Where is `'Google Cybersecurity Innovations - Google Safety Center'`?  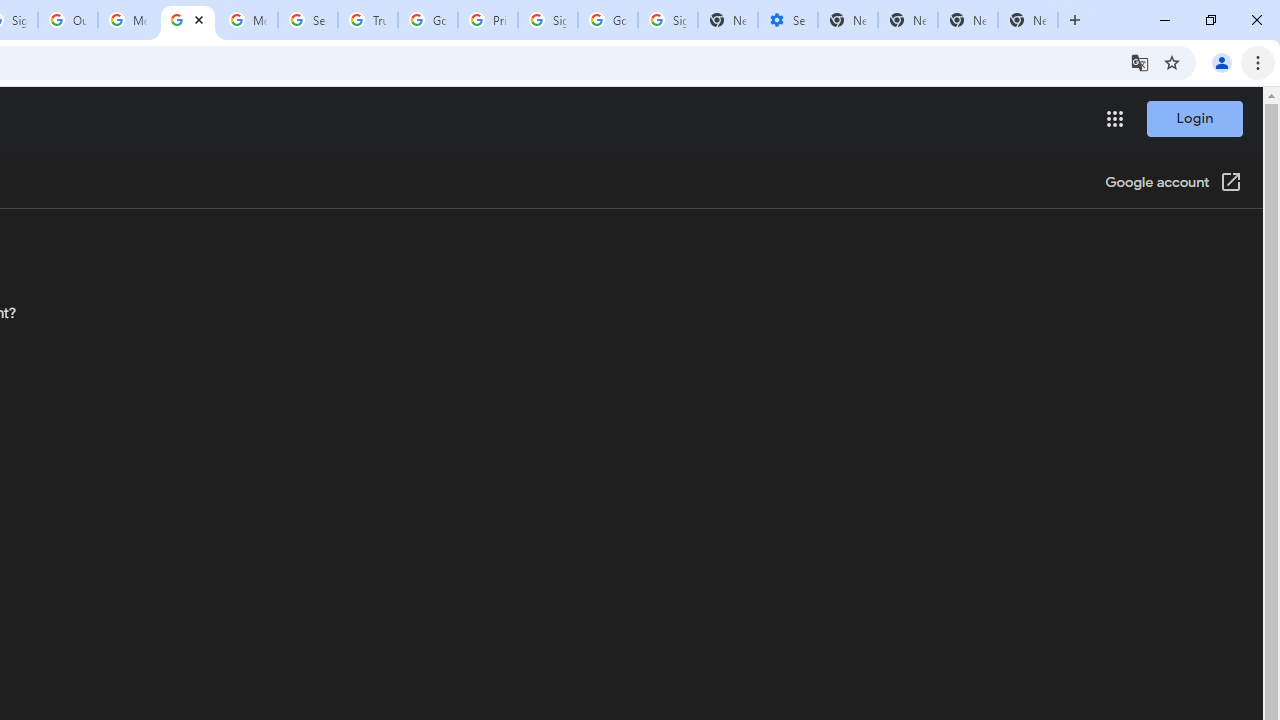
'Google Cybersecurity Innovations - Google Safety Center' is located at coordinates (607, 20).